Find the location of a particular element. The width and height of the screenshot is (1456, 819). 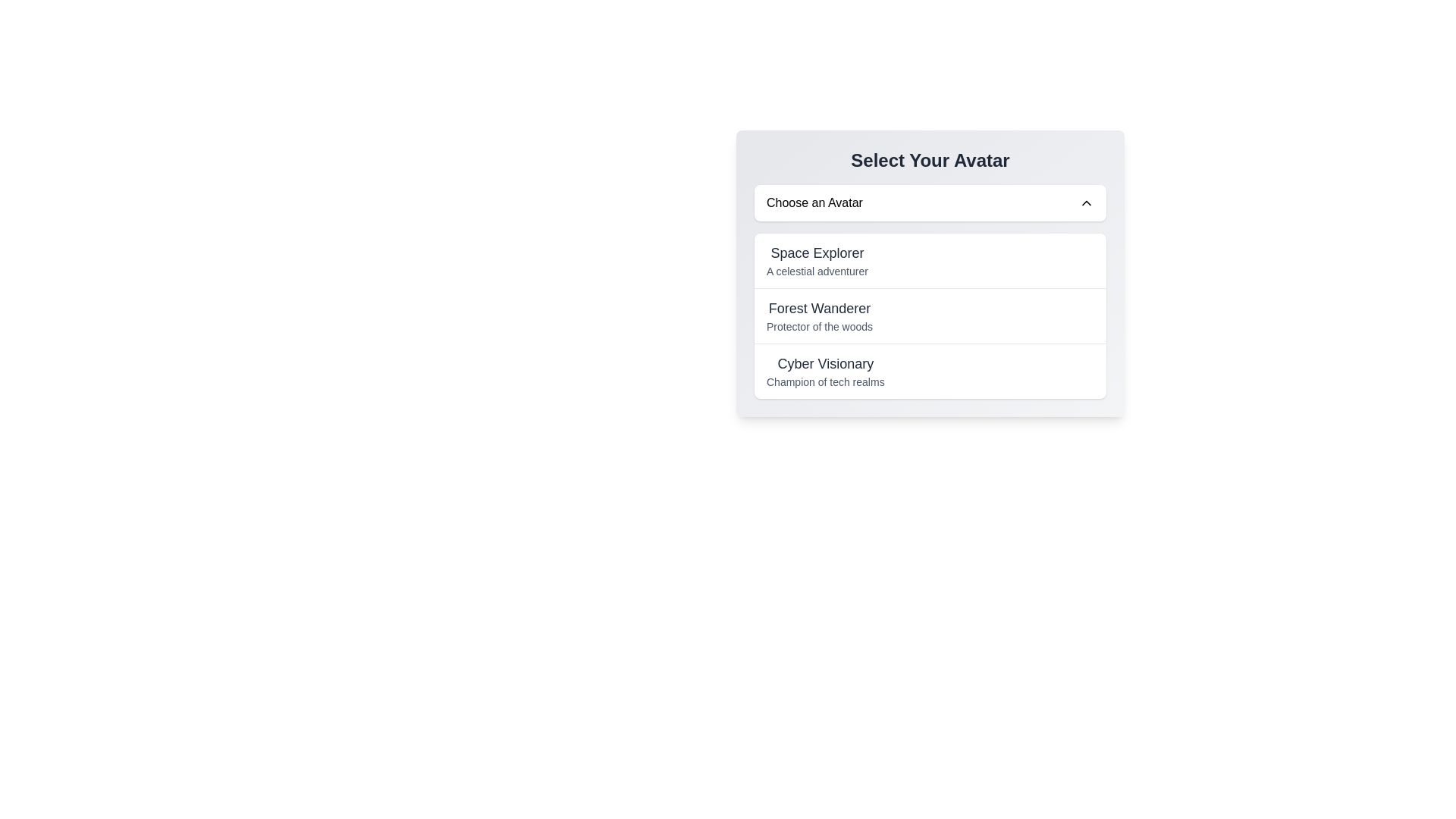

the label that indicates the selection of an avatar, located in the top left corner of a rectangular white card, aligned to the left edge and vertically centered, with an upward chevron icon to the right is located at coordinates (814, 202).